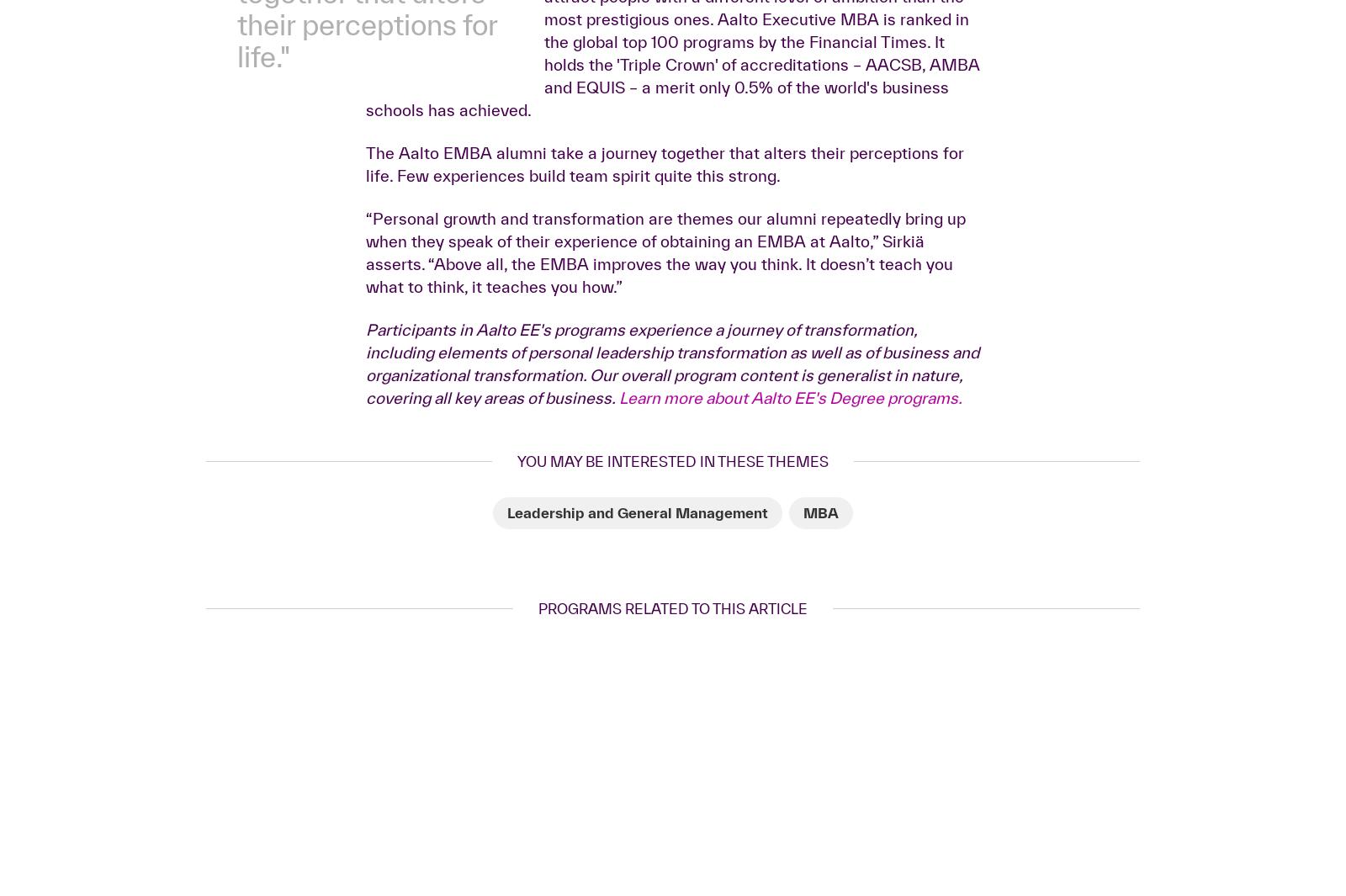 The height and width of the screenshot is (896, 1346). What do you see at coordinates (820, 777) in the screenshot?
I see `'MBA'` at bounding box center [820, 777].